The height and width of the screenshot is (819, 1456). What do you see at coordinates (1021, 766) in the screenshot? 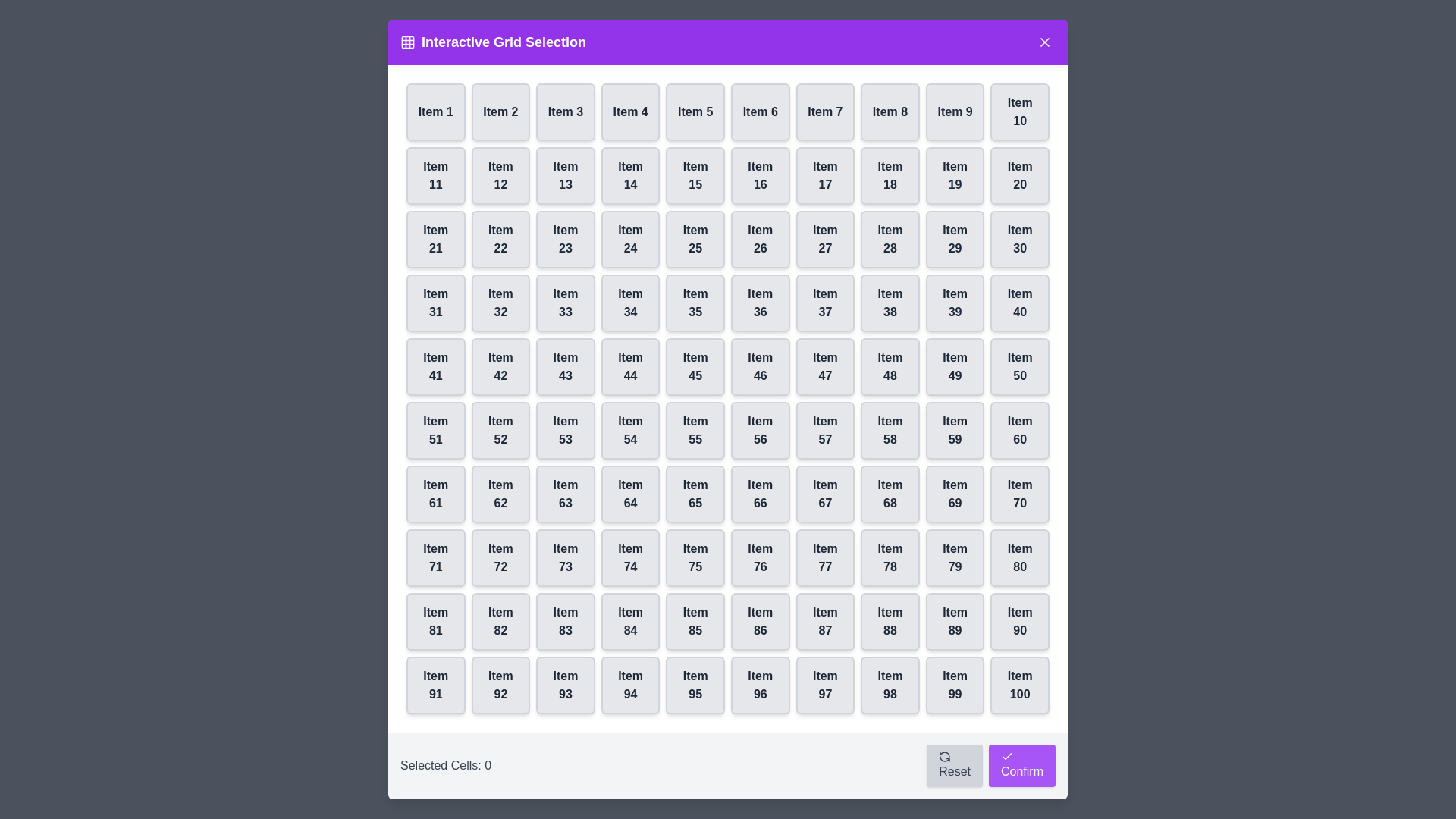
I see `the 'Confirm' button to confirm the current selection` at bounding box center [1021, 766].